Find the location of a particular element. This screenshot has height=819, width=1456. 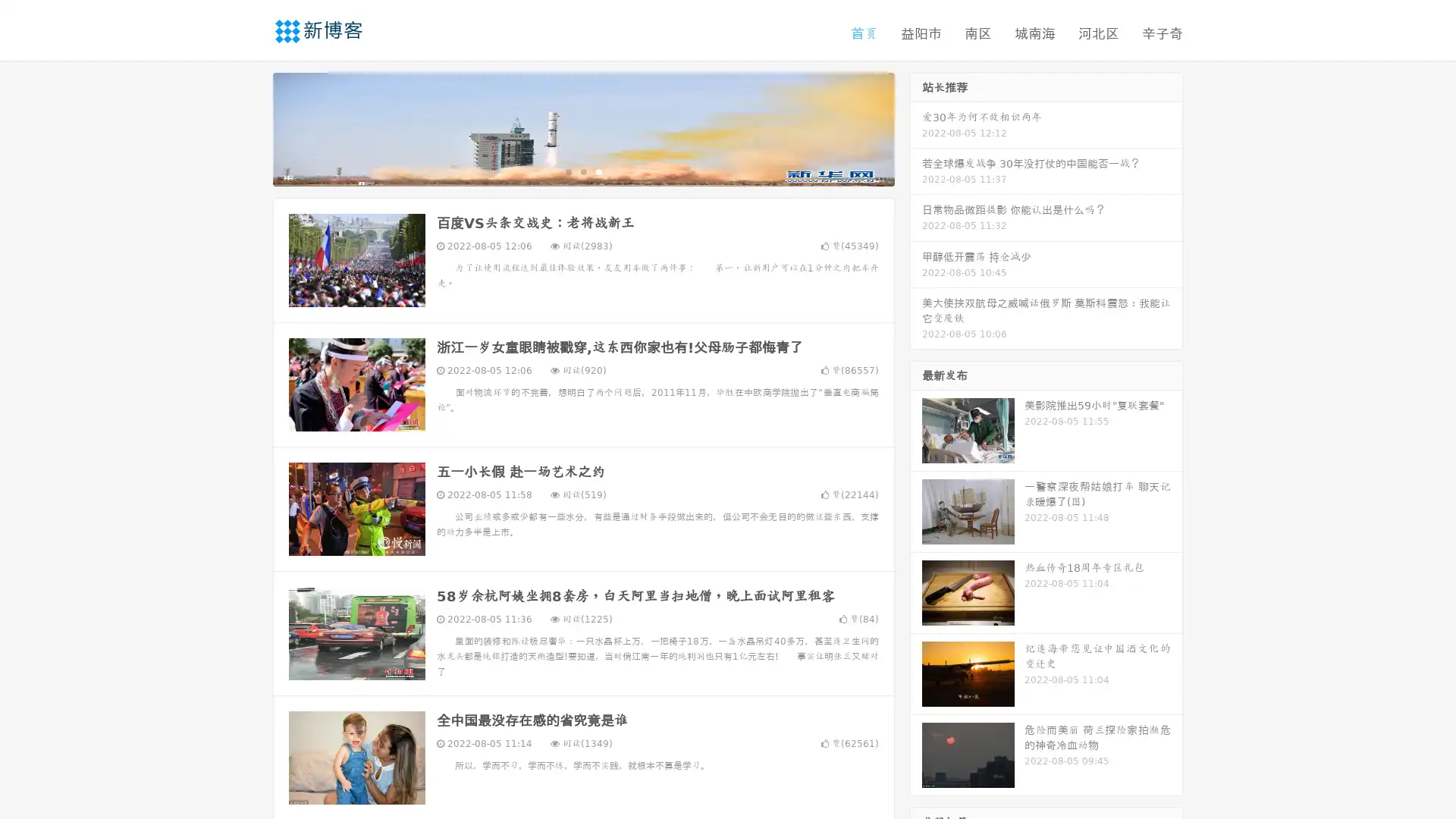

Go to slide 1 is located at coordinates (567, 171).